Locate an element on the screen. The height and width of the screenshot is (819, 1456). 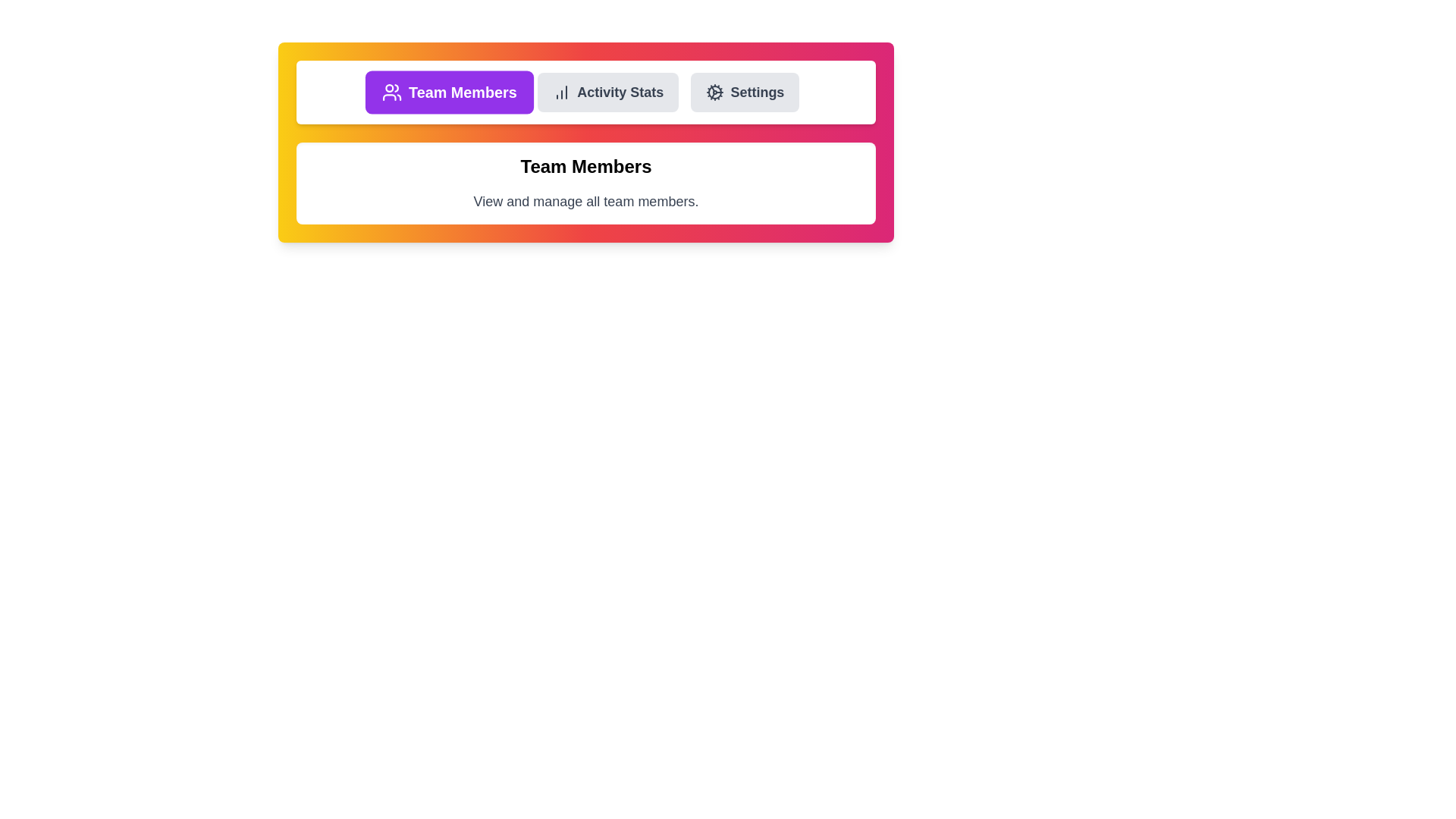
the tab labeled Team Members is located at coordinates (448, 93).